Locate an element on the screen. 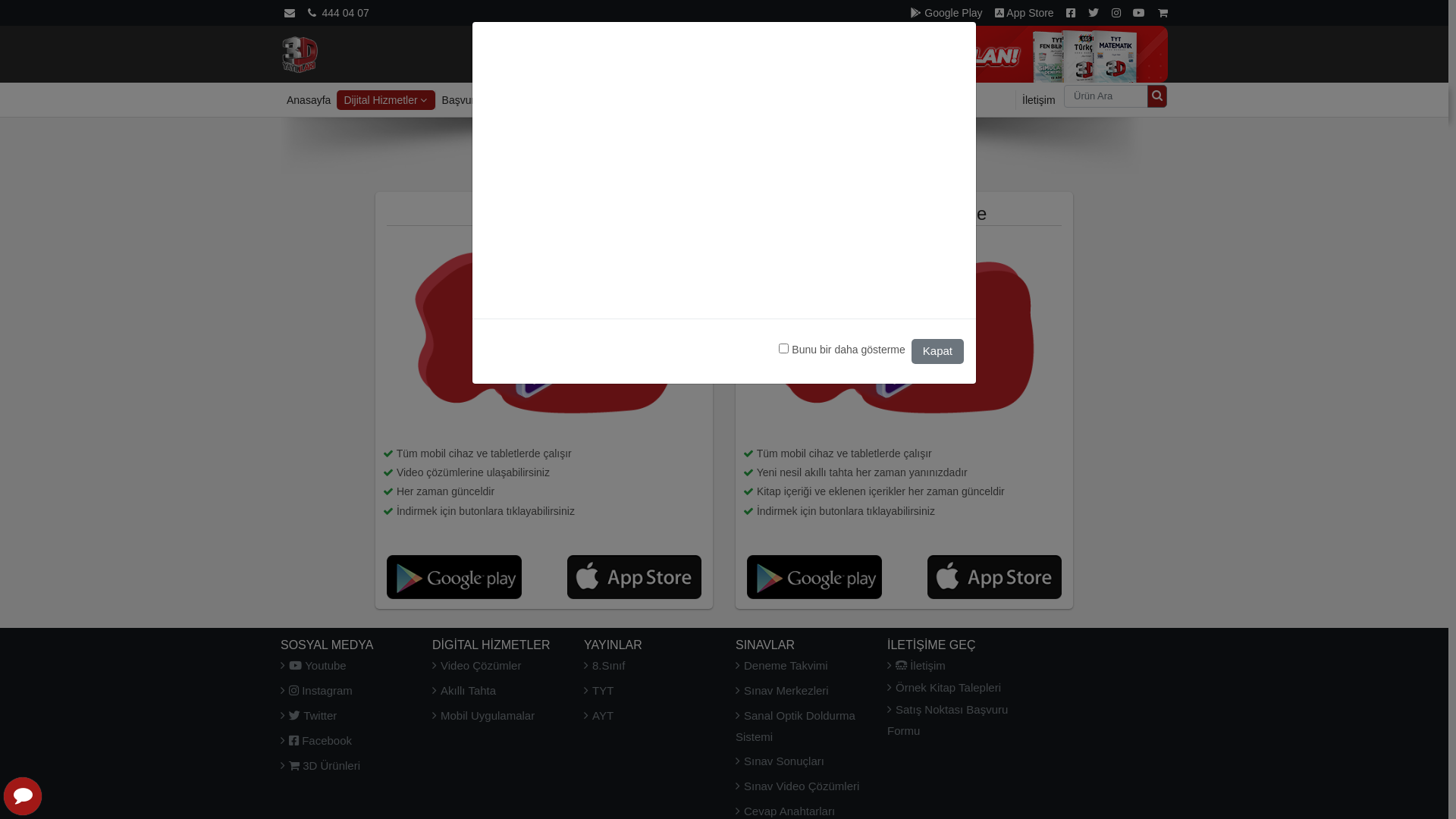  'TYT' is located at coordinates (598, 690).